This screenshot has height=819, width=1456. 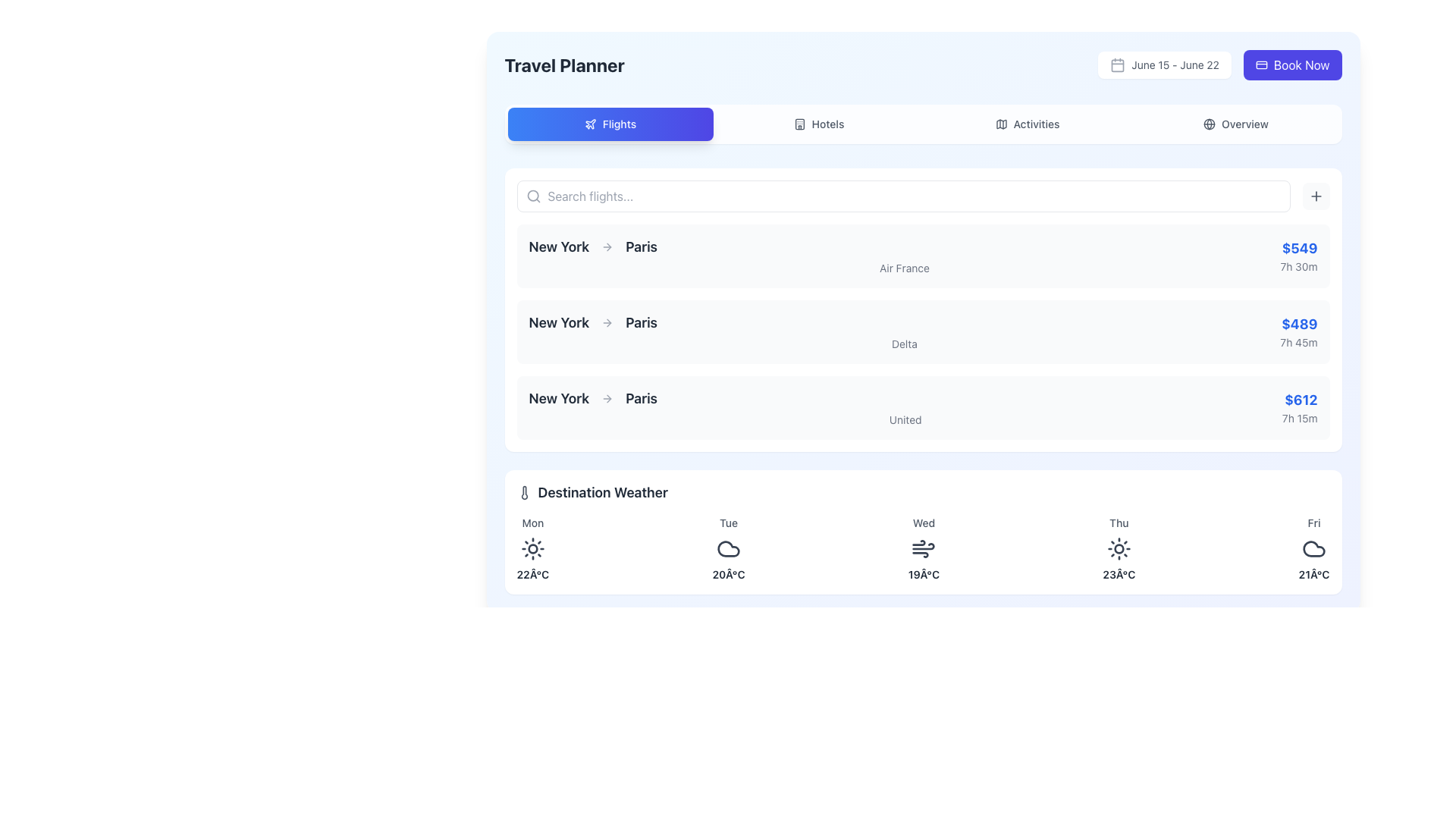 What do you see at coordinates (904, 256) in the screenshot?
I see `the textual display element that provides flight information (New York to Paris, Air France) located in the upper section of the flight options list` at bounding box center [904, 256].